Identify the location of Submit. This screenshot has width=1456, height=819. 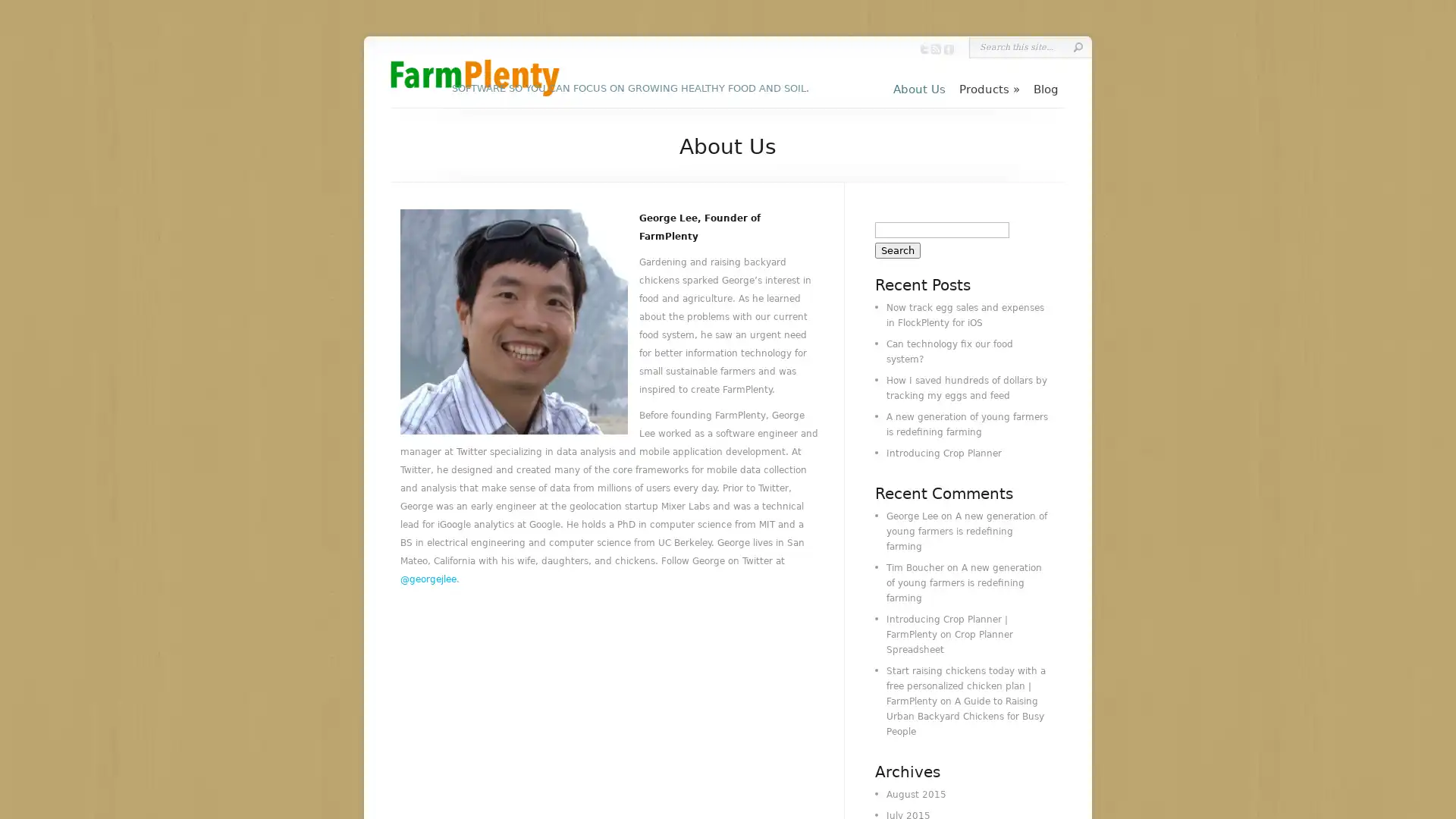
(1077, 46).